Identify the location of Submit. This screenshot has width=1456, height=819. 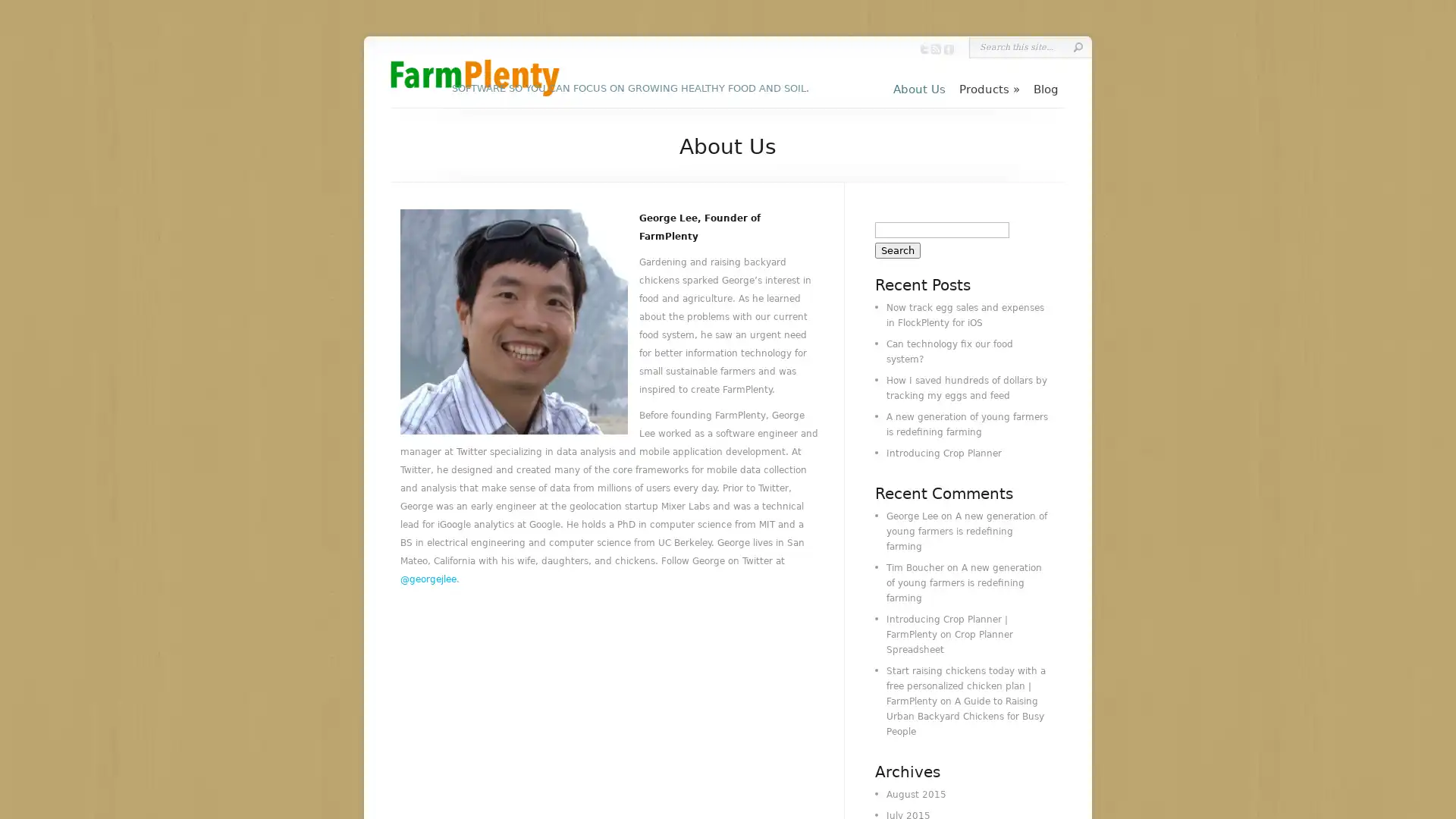
(1077, 46).